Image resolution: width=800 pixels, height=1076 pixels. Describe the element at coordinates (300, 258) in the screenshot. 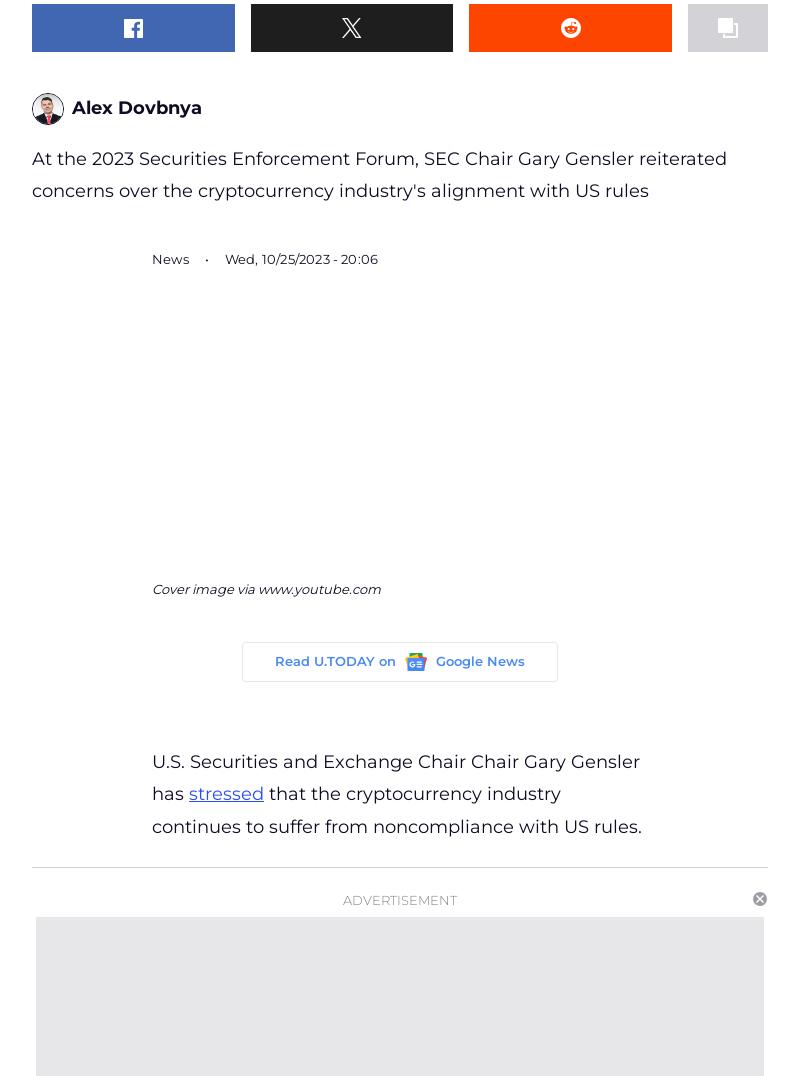

I see `'Wed, 10/25/2023 - 20:06'` at that location.